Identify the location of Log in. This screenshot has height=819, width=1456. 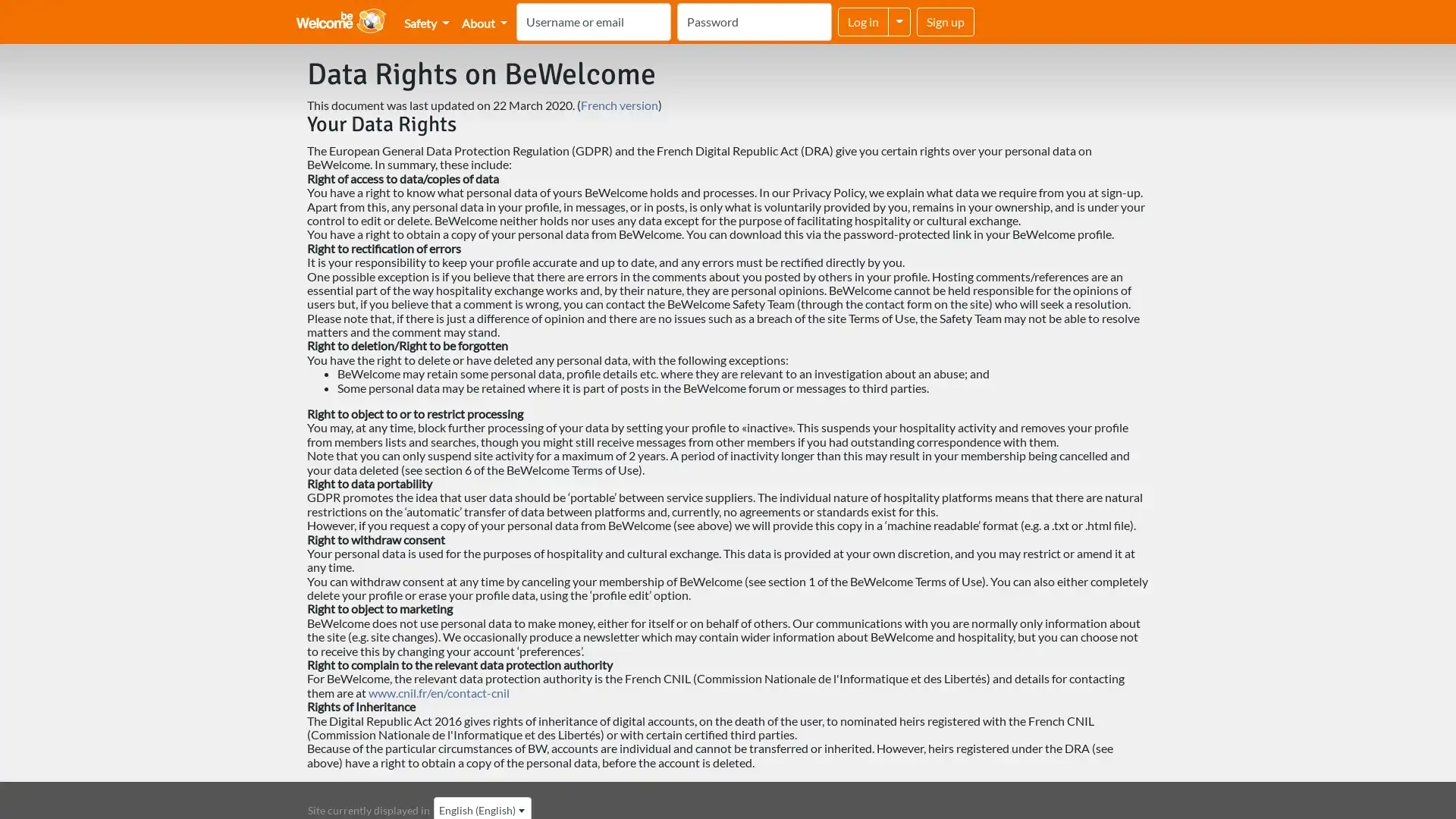
(863, 22).